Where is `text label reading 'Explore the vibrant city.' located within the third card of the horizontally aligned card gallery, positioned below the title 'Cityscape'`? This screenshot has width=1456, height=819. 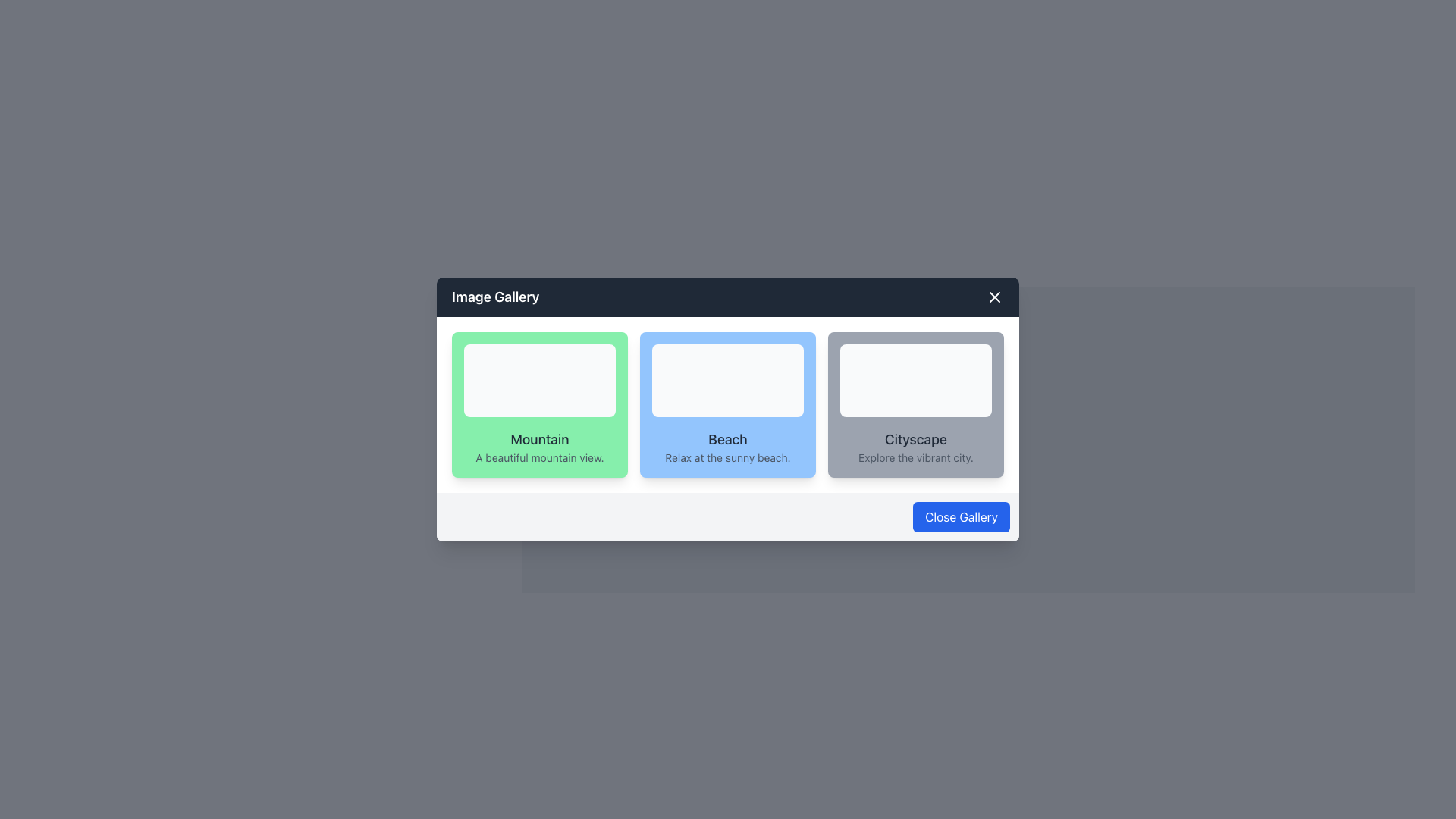 text label reading 'Explore the vibrant city.' located within the third card of the horizontally aligned card gallery, positioned below the title 'Cityscape' is located at coordinates (915, 457).